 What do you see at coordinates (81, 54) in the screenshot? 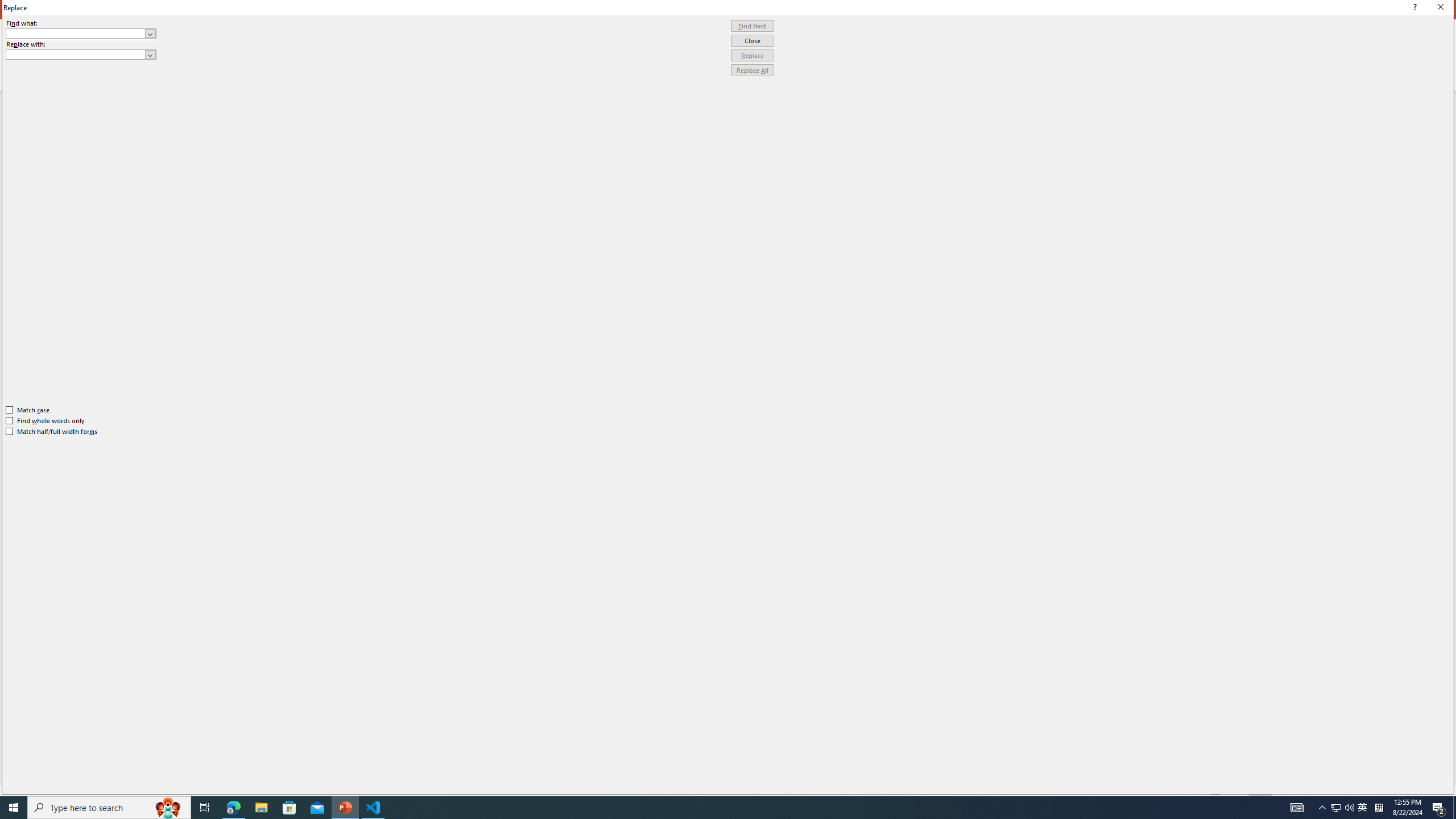
I see `'Replace with'` at bounding box center [81, 54].